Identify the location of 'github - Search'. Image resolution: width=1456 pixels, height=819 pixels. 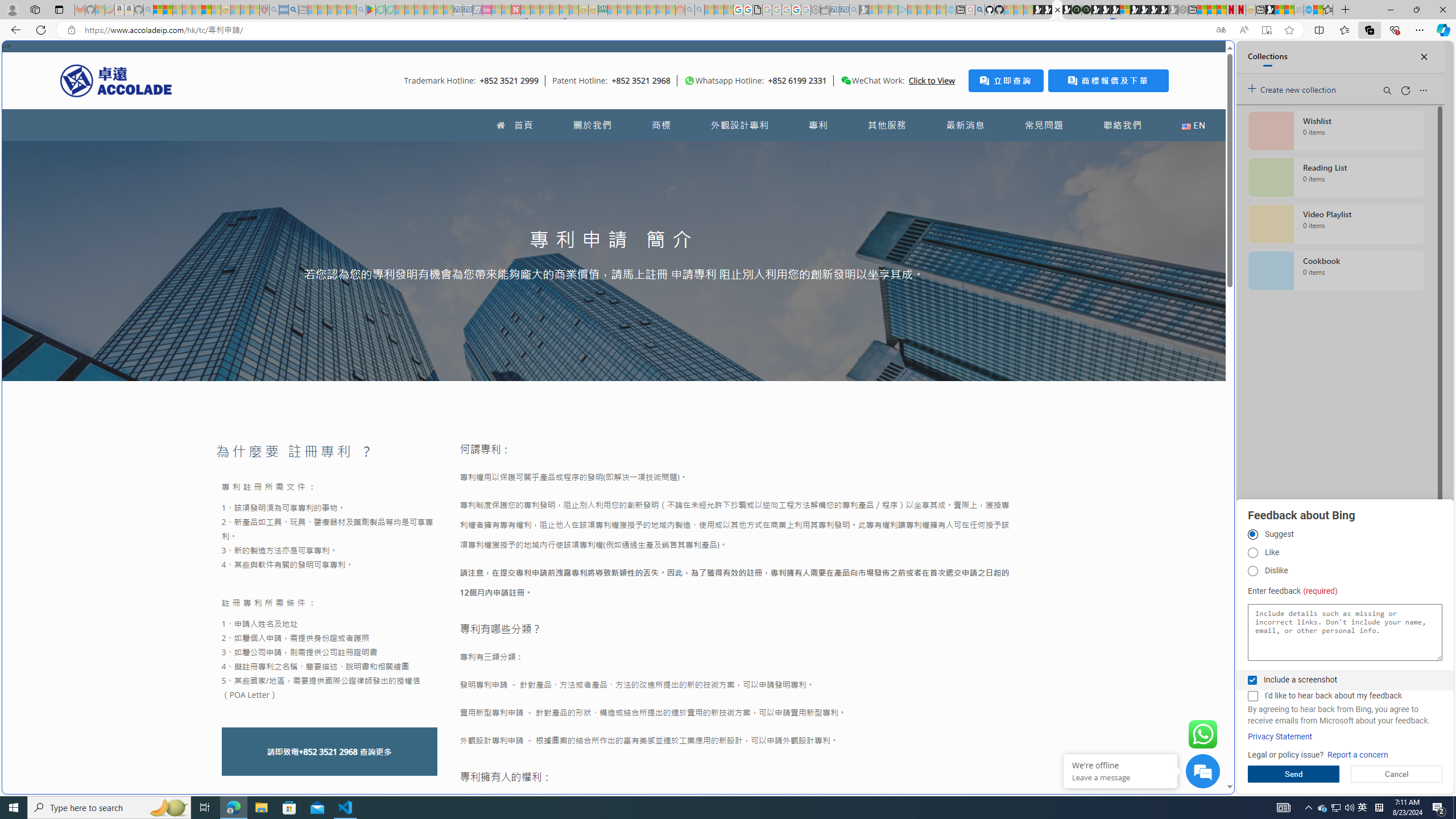
(979, 9).